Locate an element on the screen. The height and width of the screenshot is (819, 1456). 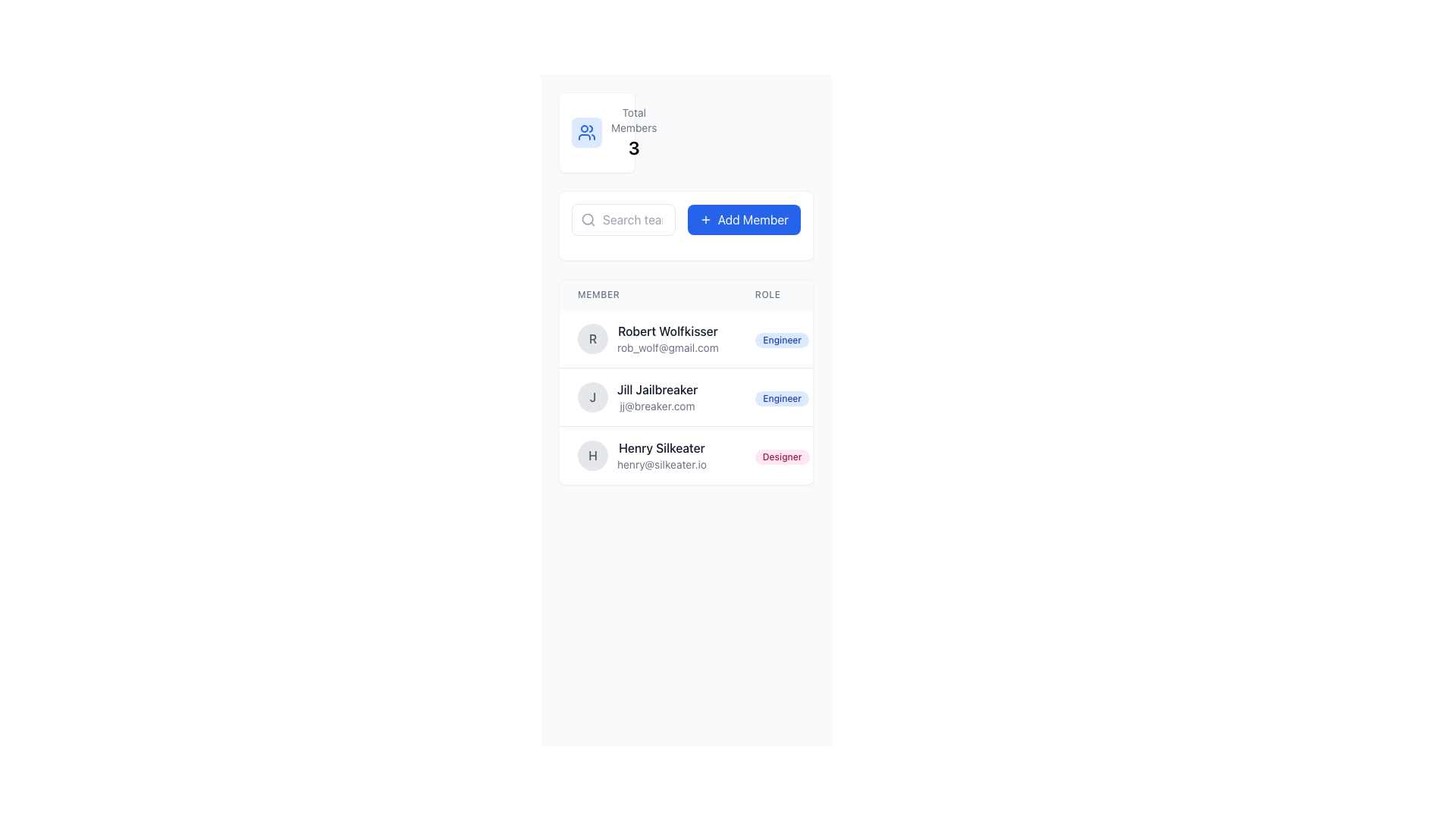
the button located to the right of the search bar, which allows adding a new member to the list is located at coordinates (686, 225).